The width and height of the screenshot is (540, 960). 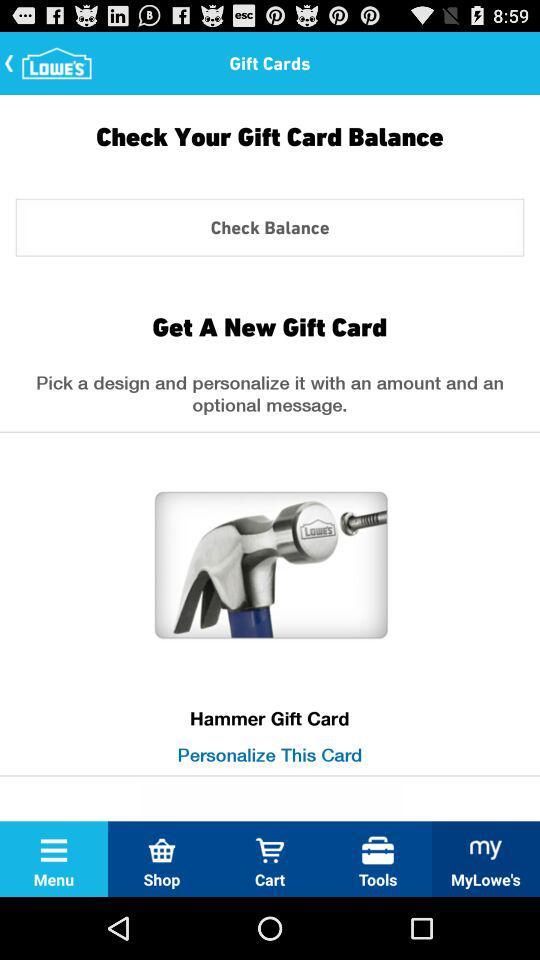 I want to click on the get a new, so click(x=269, y=326).